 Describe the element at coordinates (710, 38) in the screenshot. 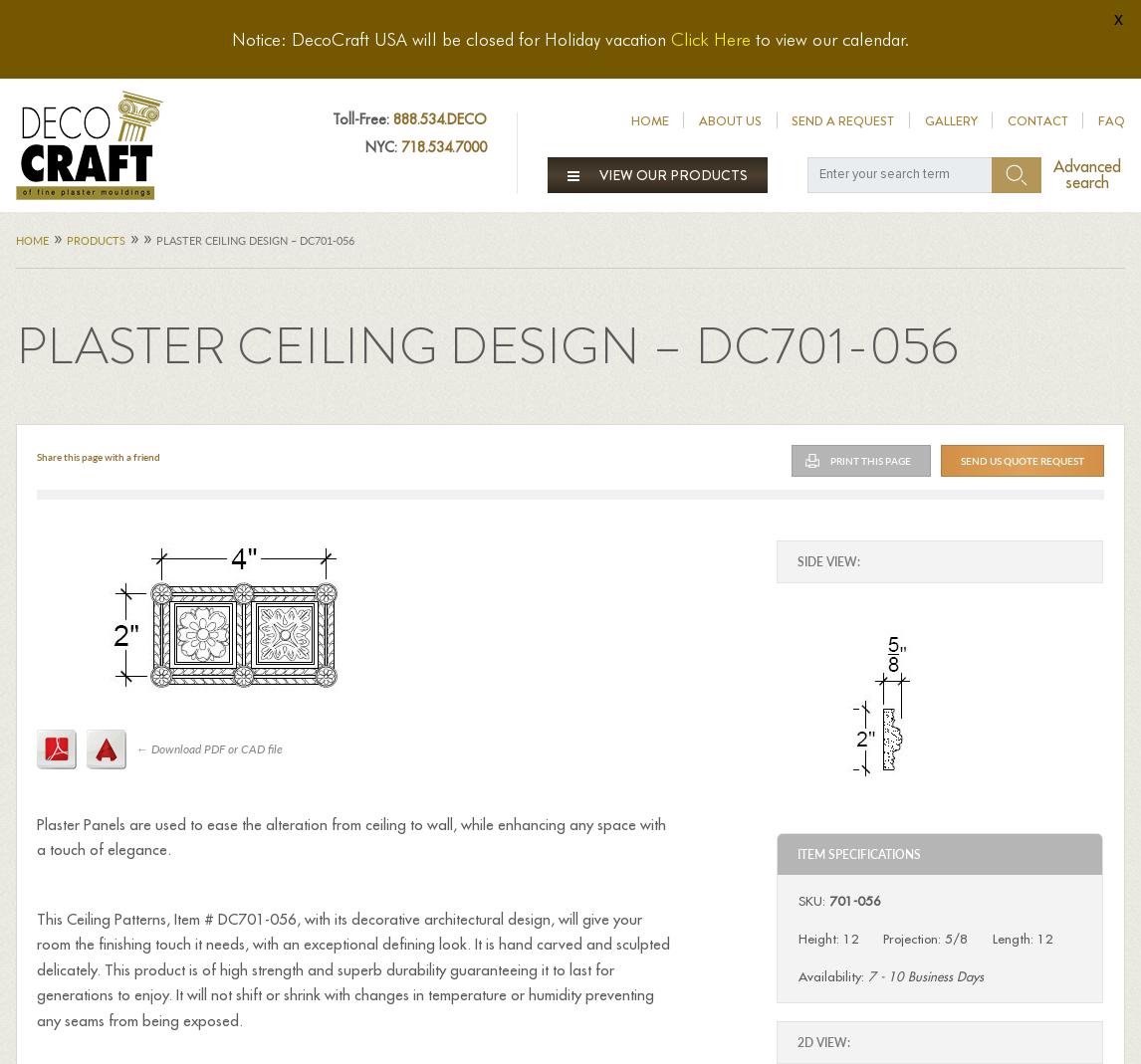

I see `'Click Here'` at that location.